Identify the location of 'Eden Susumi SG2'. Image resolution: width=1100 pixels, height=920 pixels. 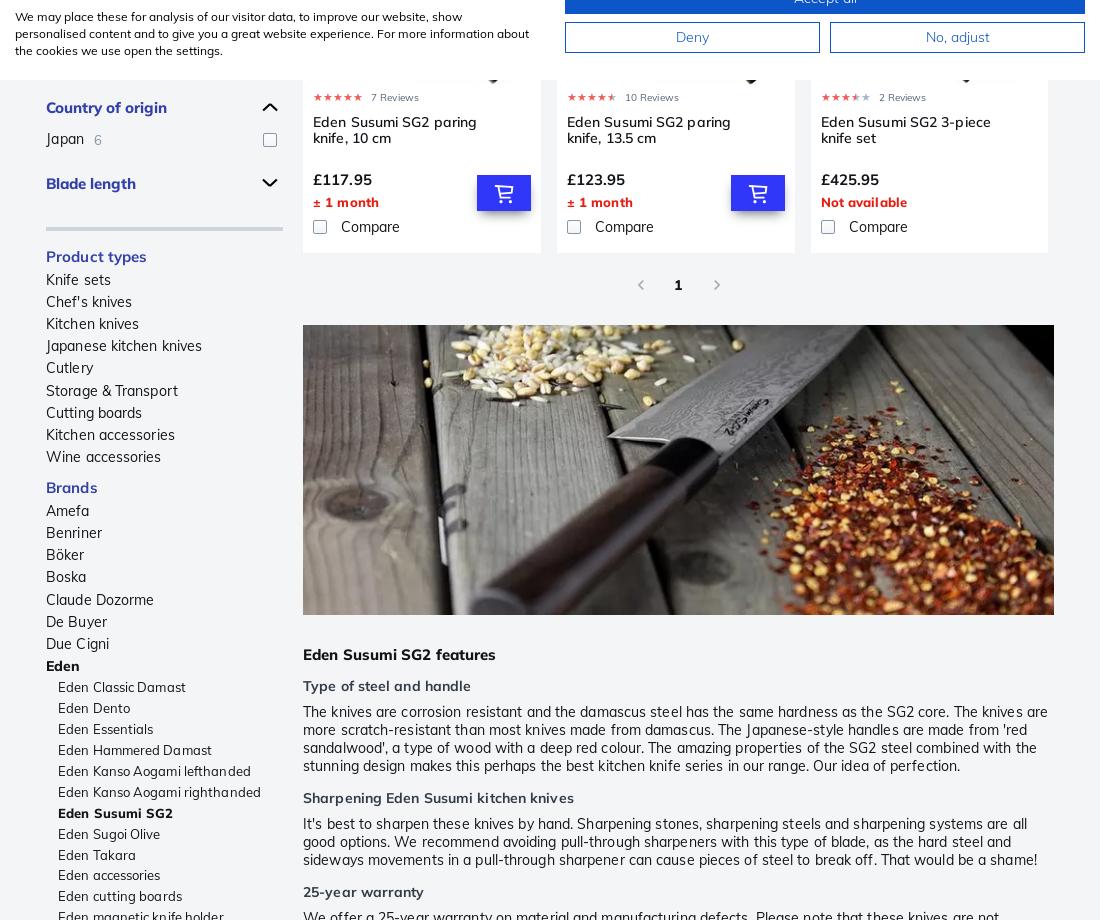
(115, 810).